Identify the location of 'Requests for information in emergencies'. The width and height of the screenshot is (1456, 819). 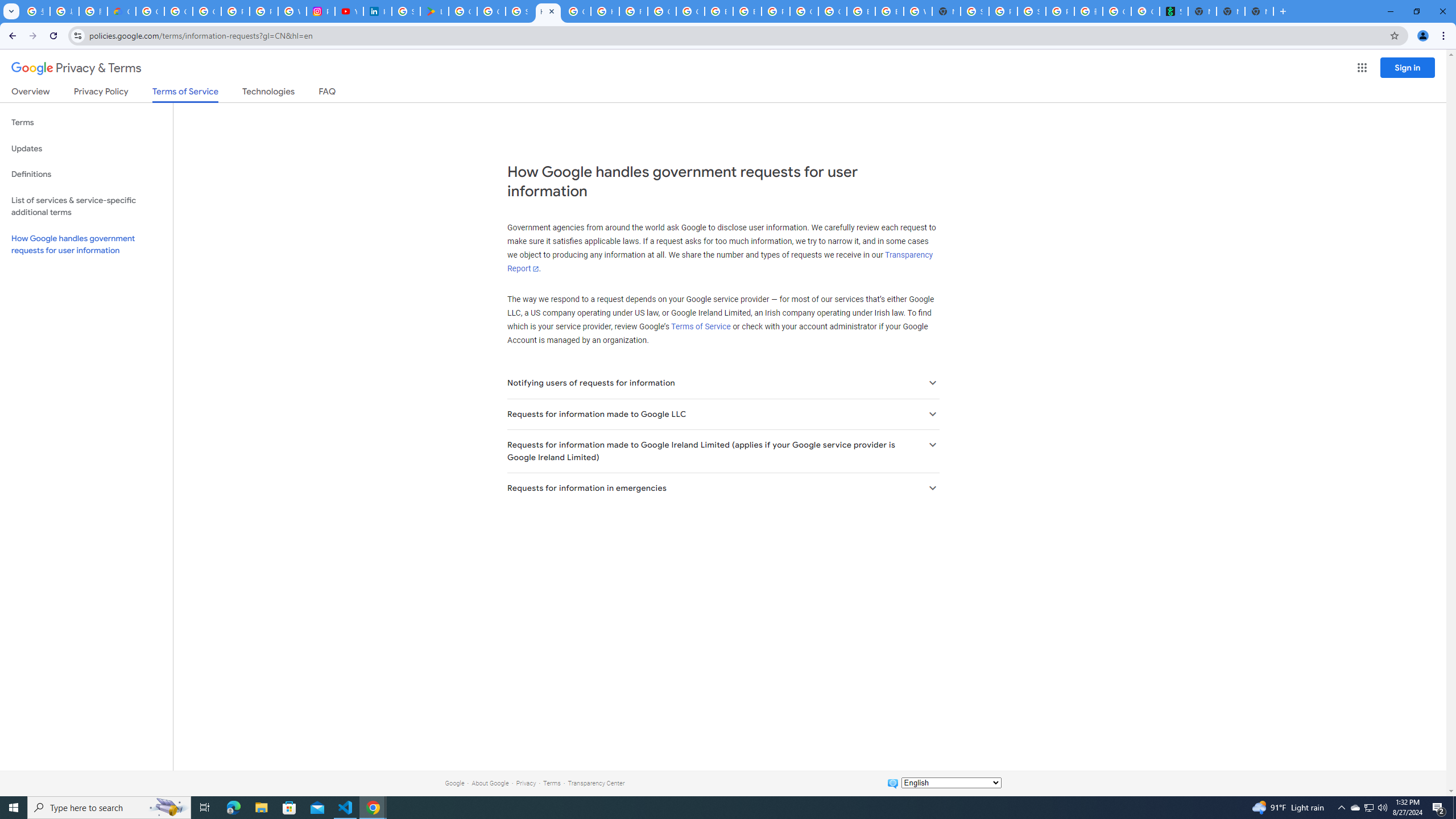
(723, 487).